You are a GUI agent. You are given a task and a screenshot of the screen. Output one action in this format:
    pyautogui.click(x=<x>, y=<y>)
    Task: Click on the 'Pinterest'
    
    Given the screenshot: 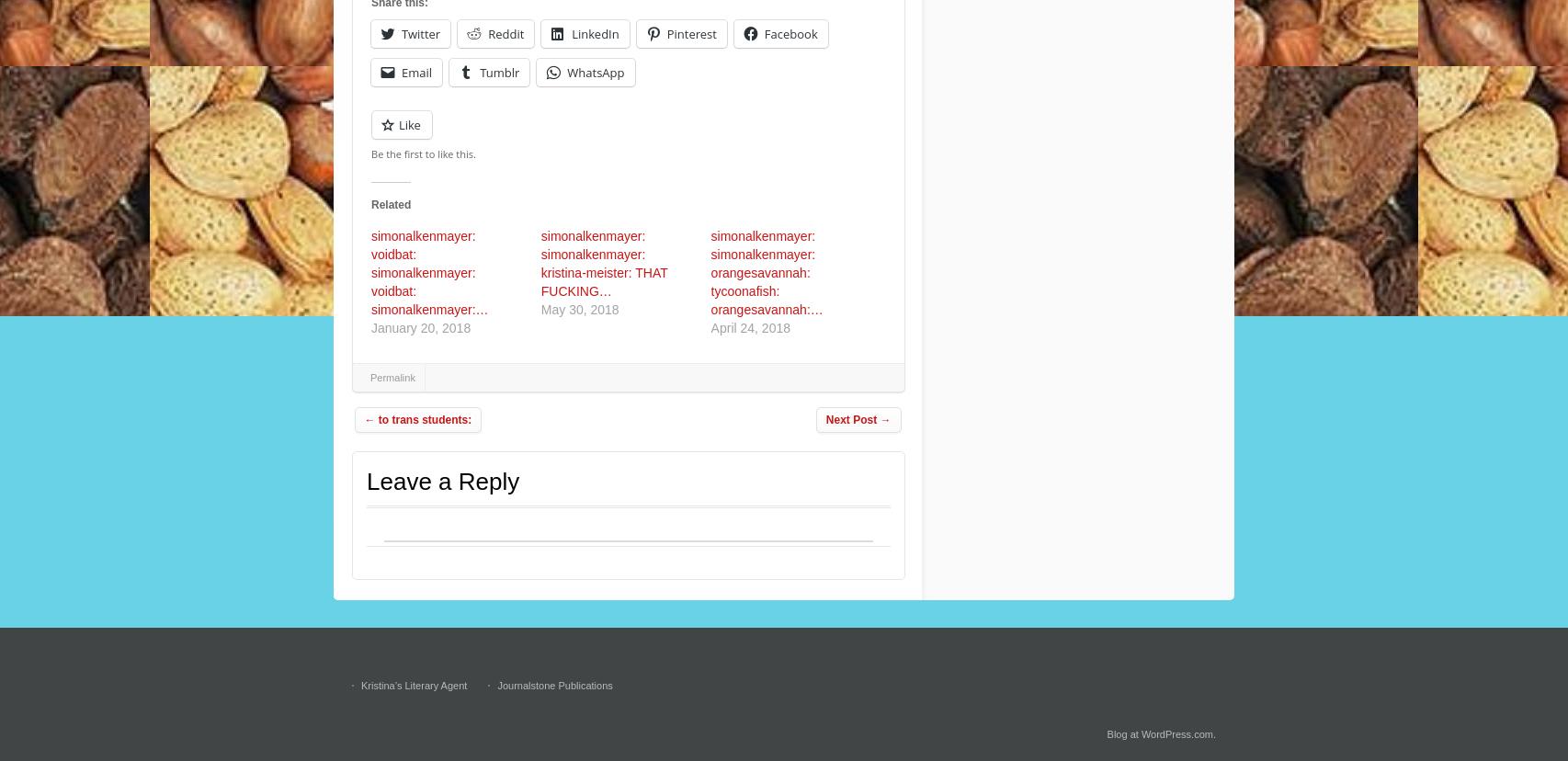 What is the action you would take?
    pyautogui.click(x=690, y=33)
    